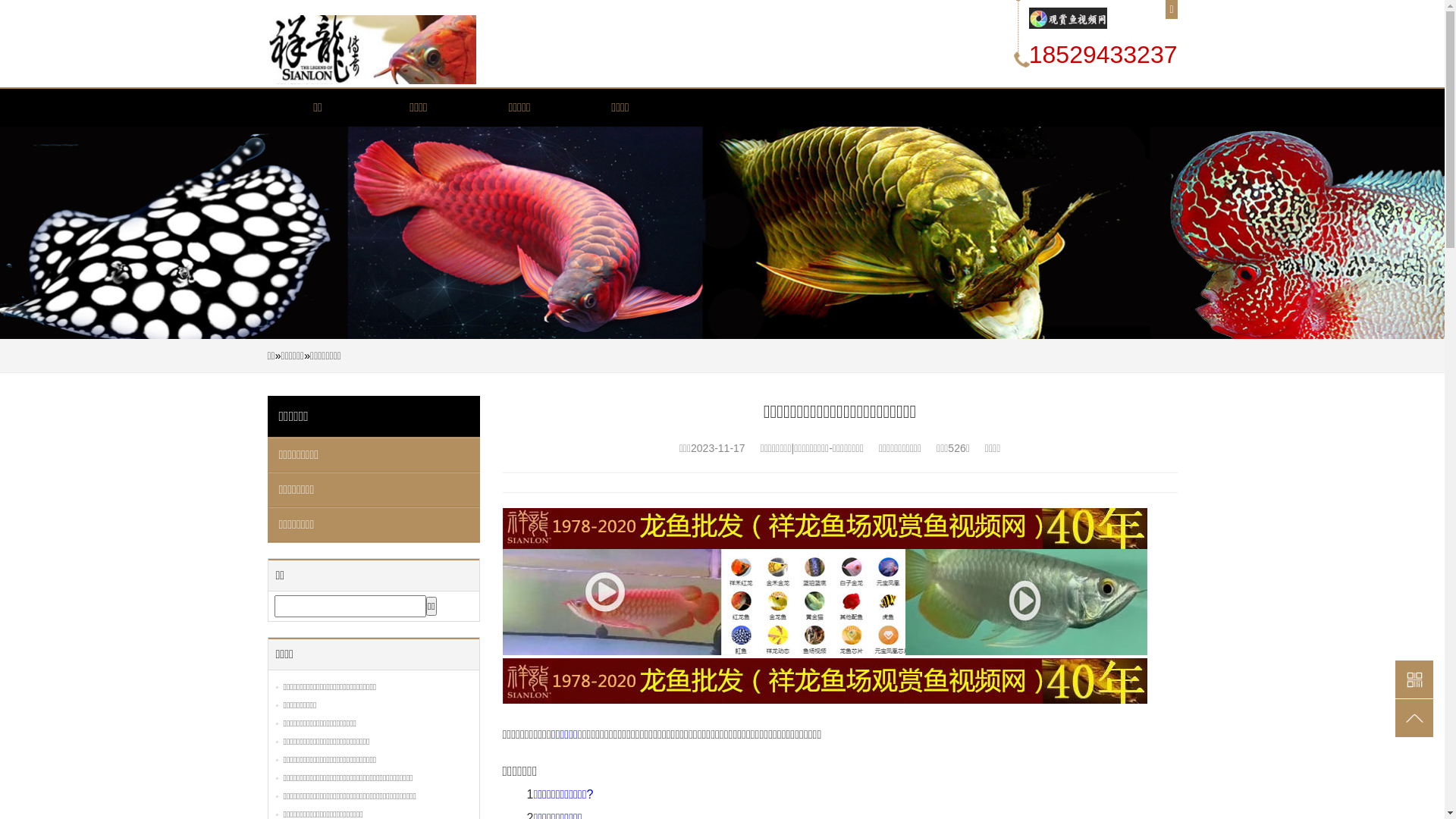 The height and width of the screenshot is (819, 1456). What do you see at coordinates (1103, 54) in the screenshot?
I see `'18529433237'` at bounding box center [1103, 54].